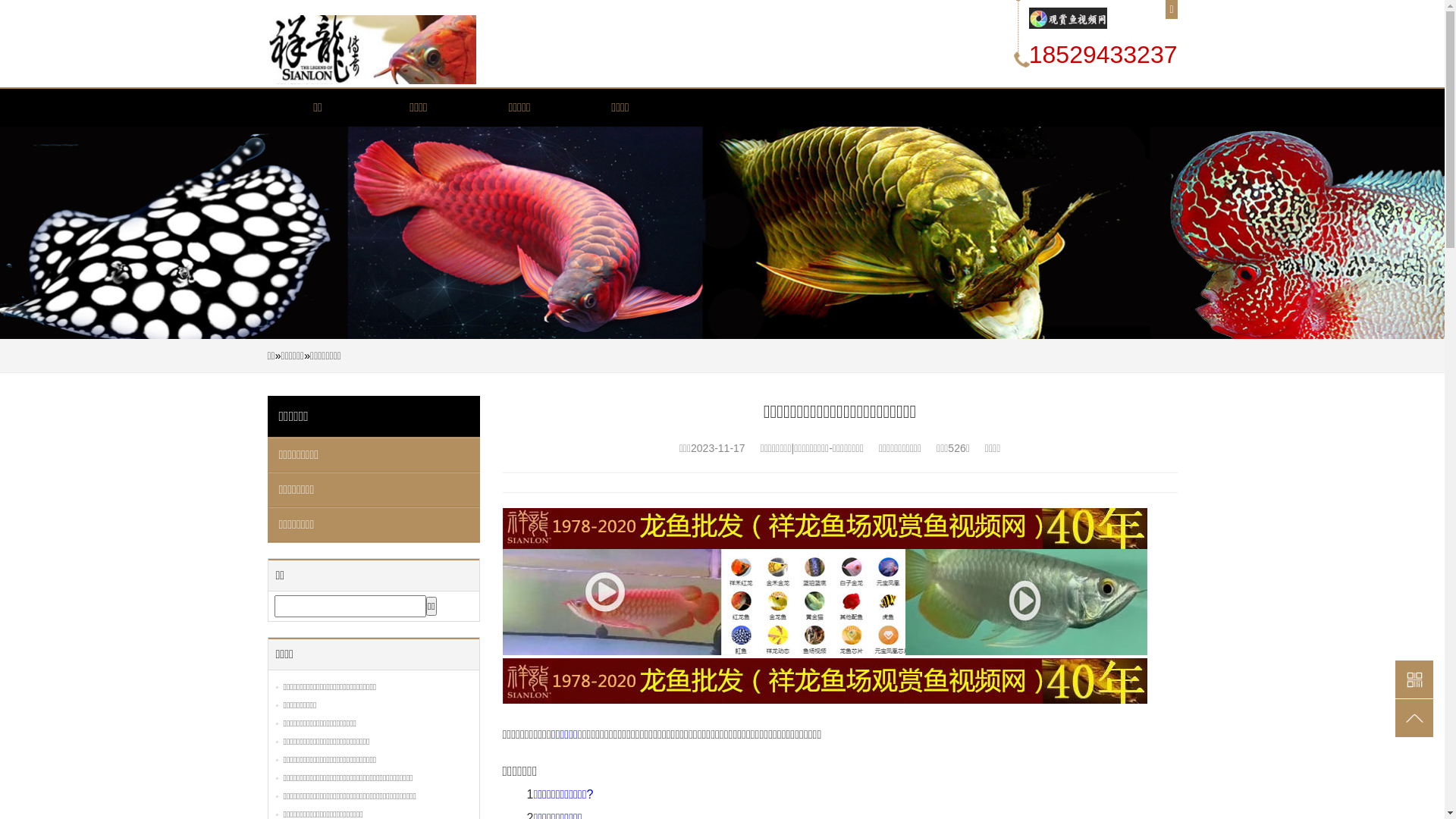 The height and width of the screenshot is (819, 1456). What do you see at coordinates (1103, 54) in the screenshot?
I see `'18529433237'` at bounding box center [1103, 54].